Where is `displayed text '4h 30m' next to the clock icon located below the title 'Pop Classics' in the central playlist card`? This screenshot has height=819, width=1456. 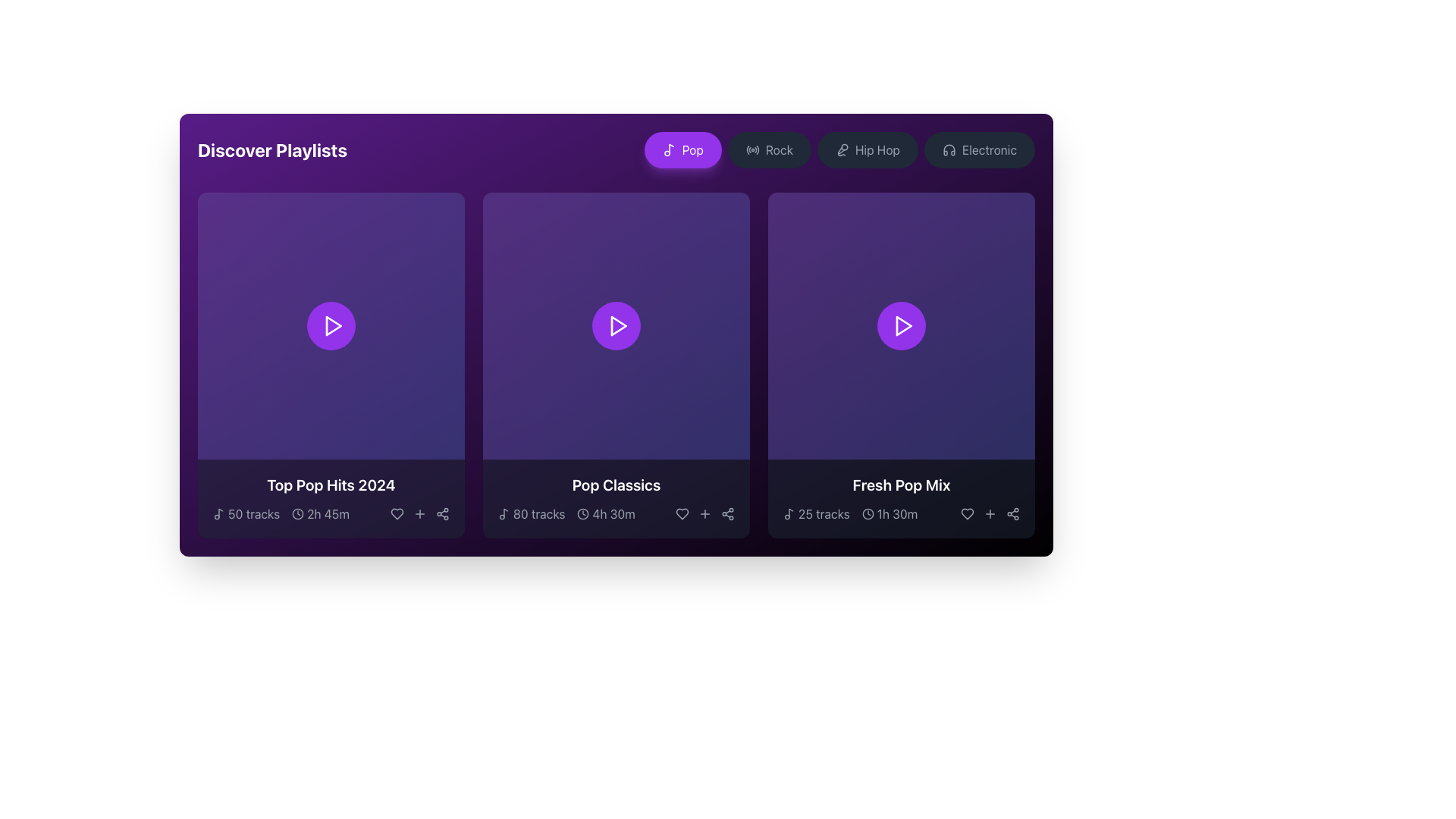 displayed text '4h 30m' next to the clock icon located below the title 'Pop Classics' in the central playlist card is located at coordinates (605, 513).